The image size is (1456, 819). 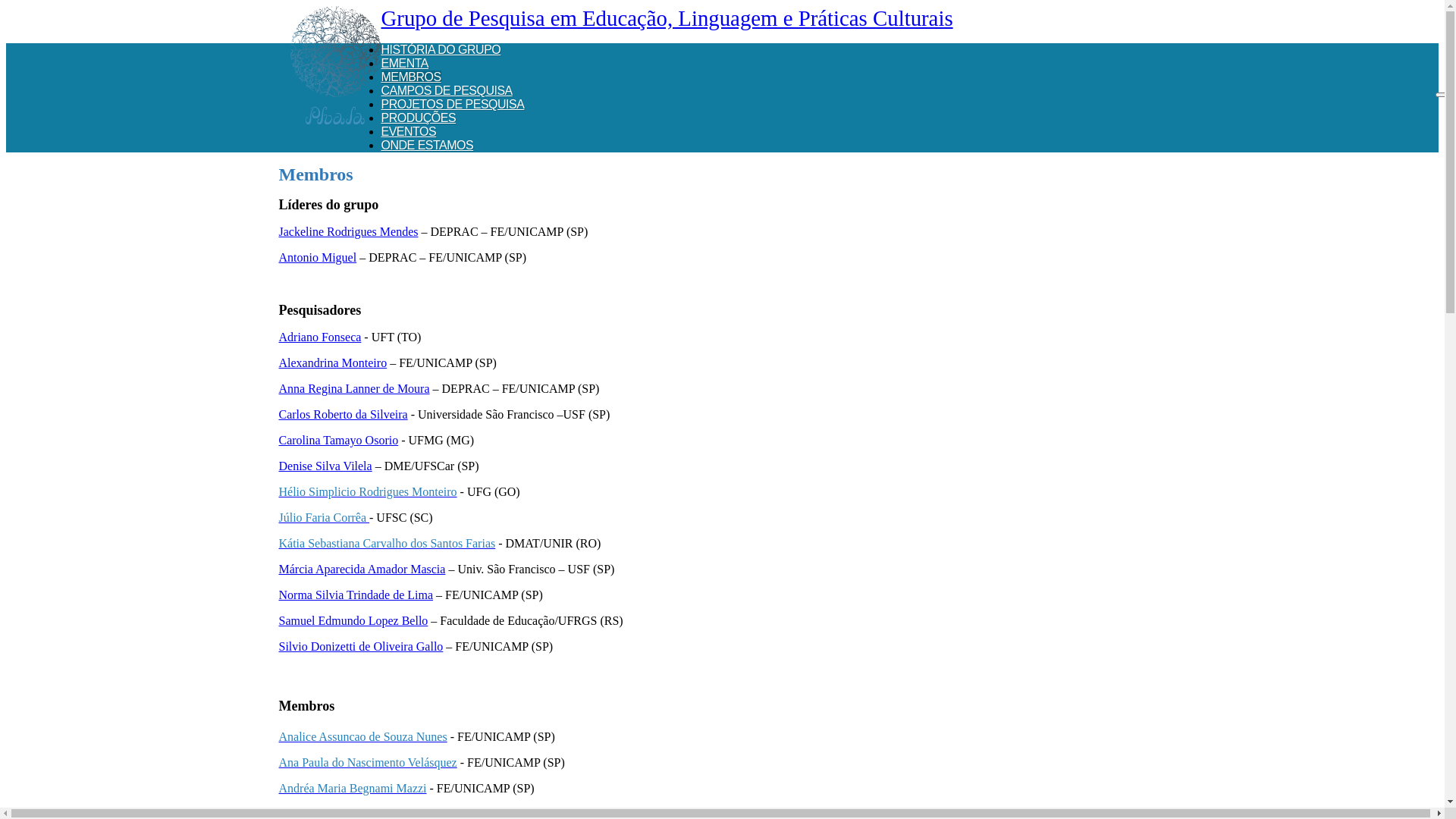 I want to click on 'Samuel Edmundo Lopez Bello', so click(x=353, y=620).